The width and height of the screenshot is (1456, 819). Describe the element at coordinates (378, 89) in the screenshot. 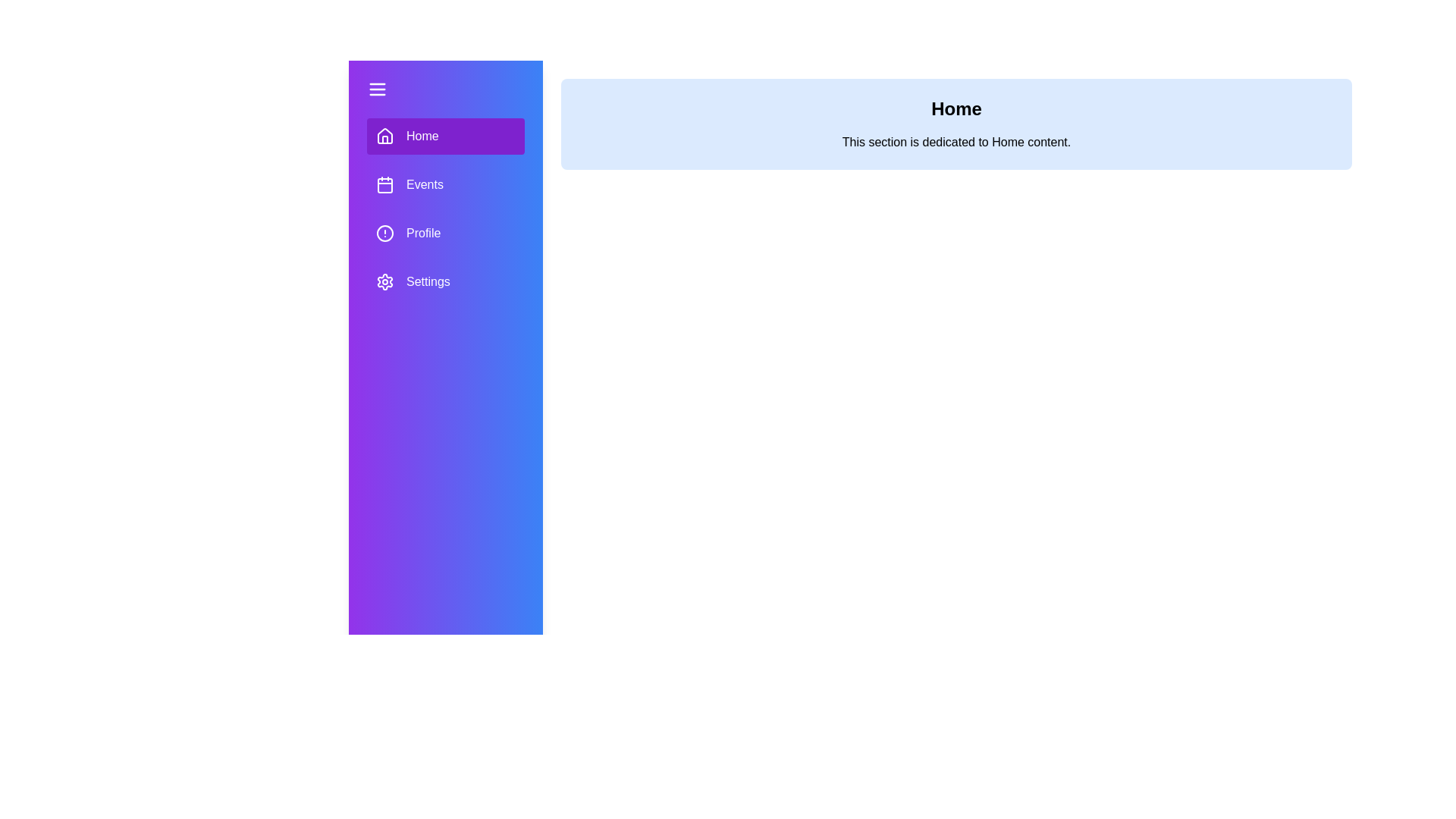

I see `the hamburger menu icon, which consists of three horizontal white lines centered within a purple square at the top-left corner of the sidebar` at that location.